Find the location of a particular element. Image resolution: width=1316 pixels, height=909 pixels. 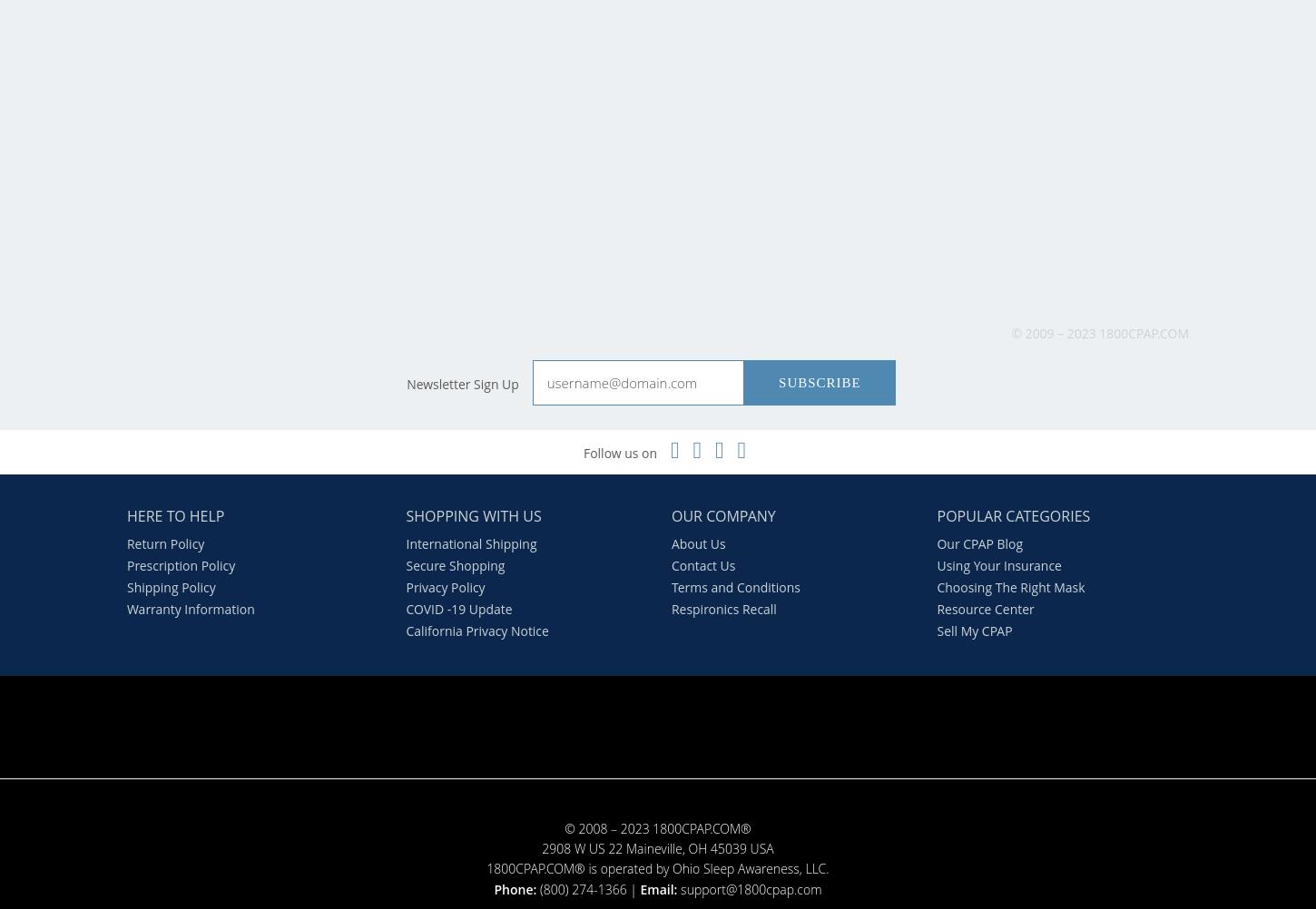

'Email:' is located at coordinates (658, 887).